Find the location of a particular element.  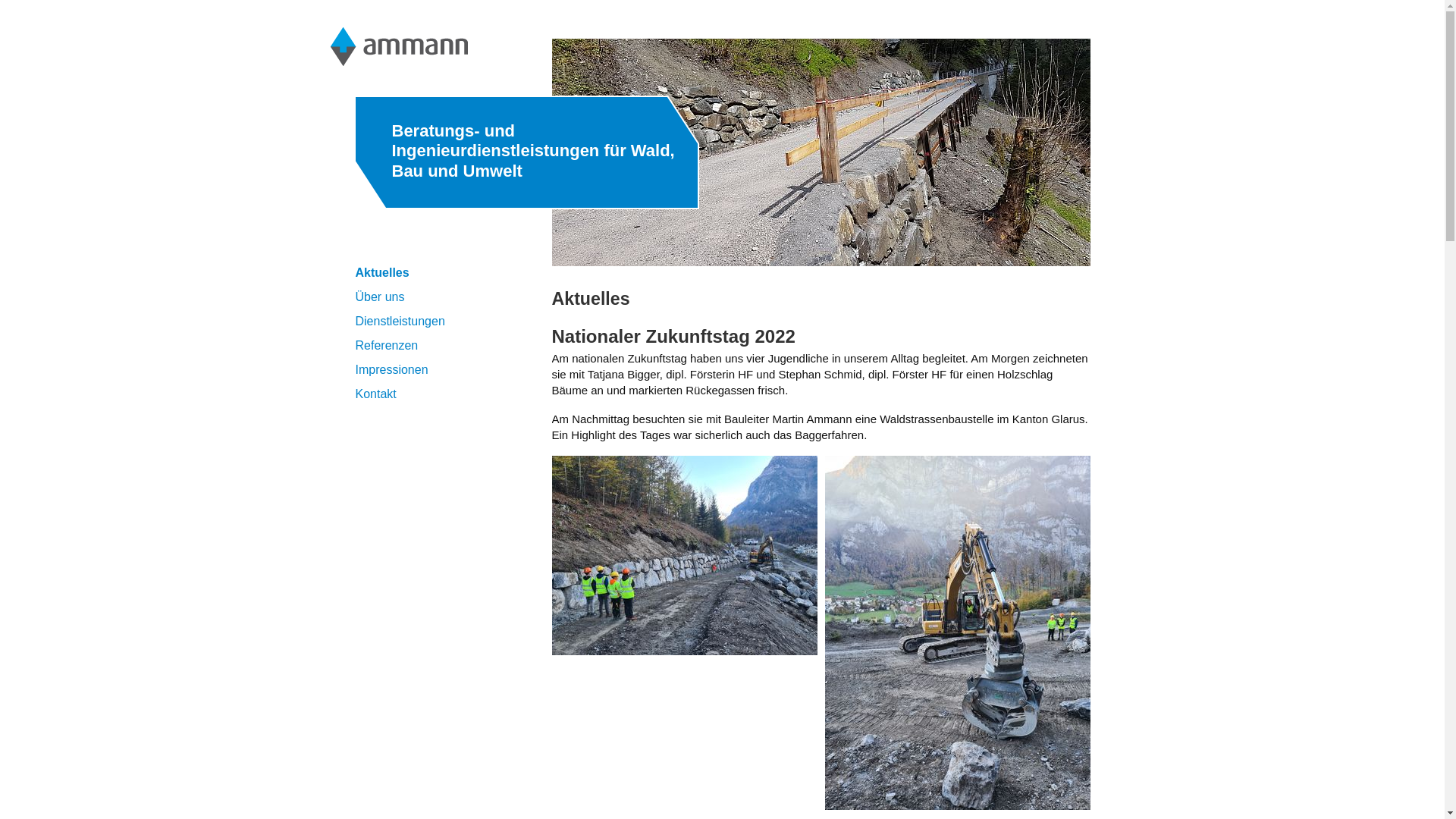

'Referenzen' is located at coordinates (353, 345).